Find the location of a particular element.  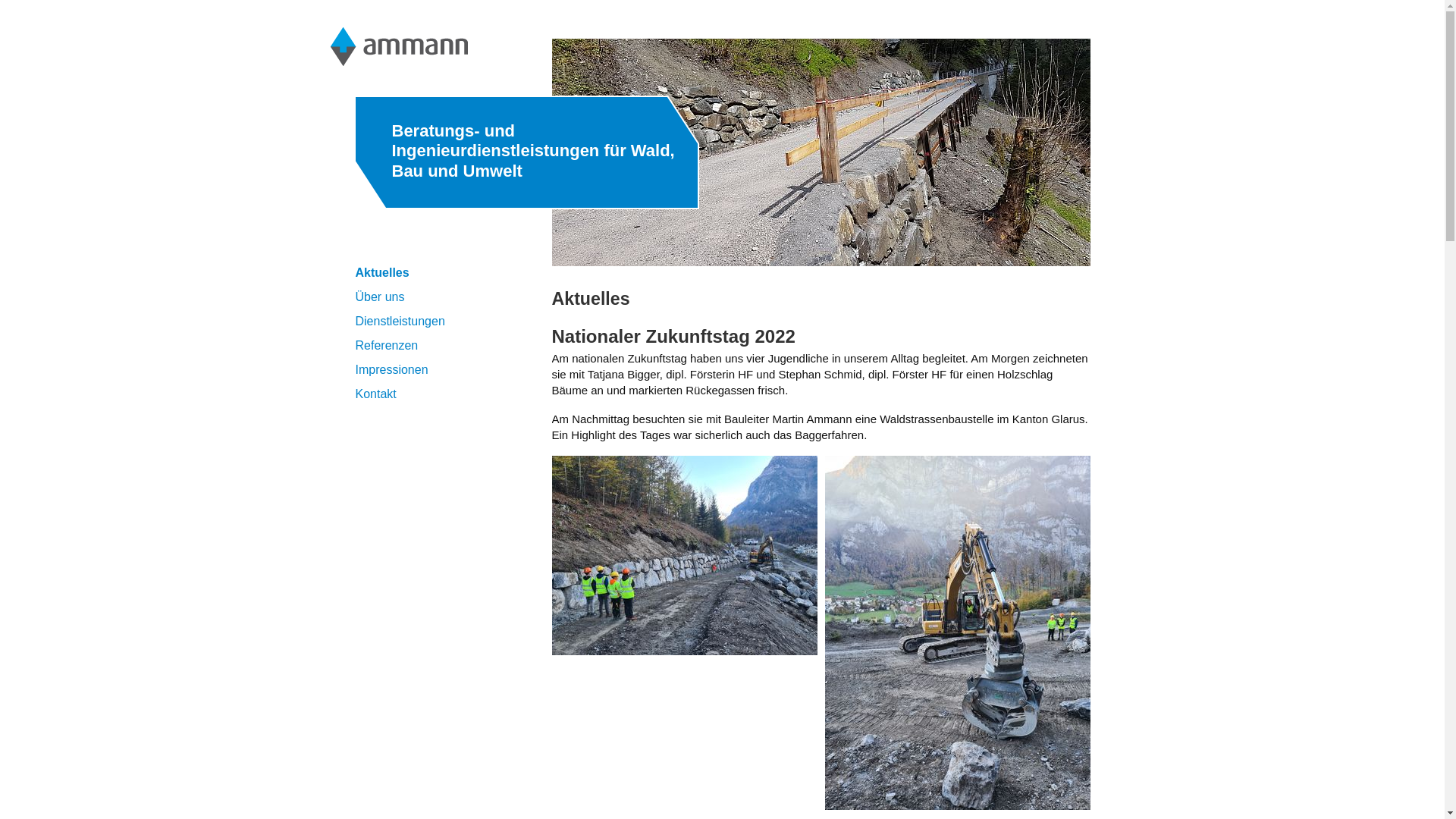

'Referenzen' is located at coordinates (353, 345).